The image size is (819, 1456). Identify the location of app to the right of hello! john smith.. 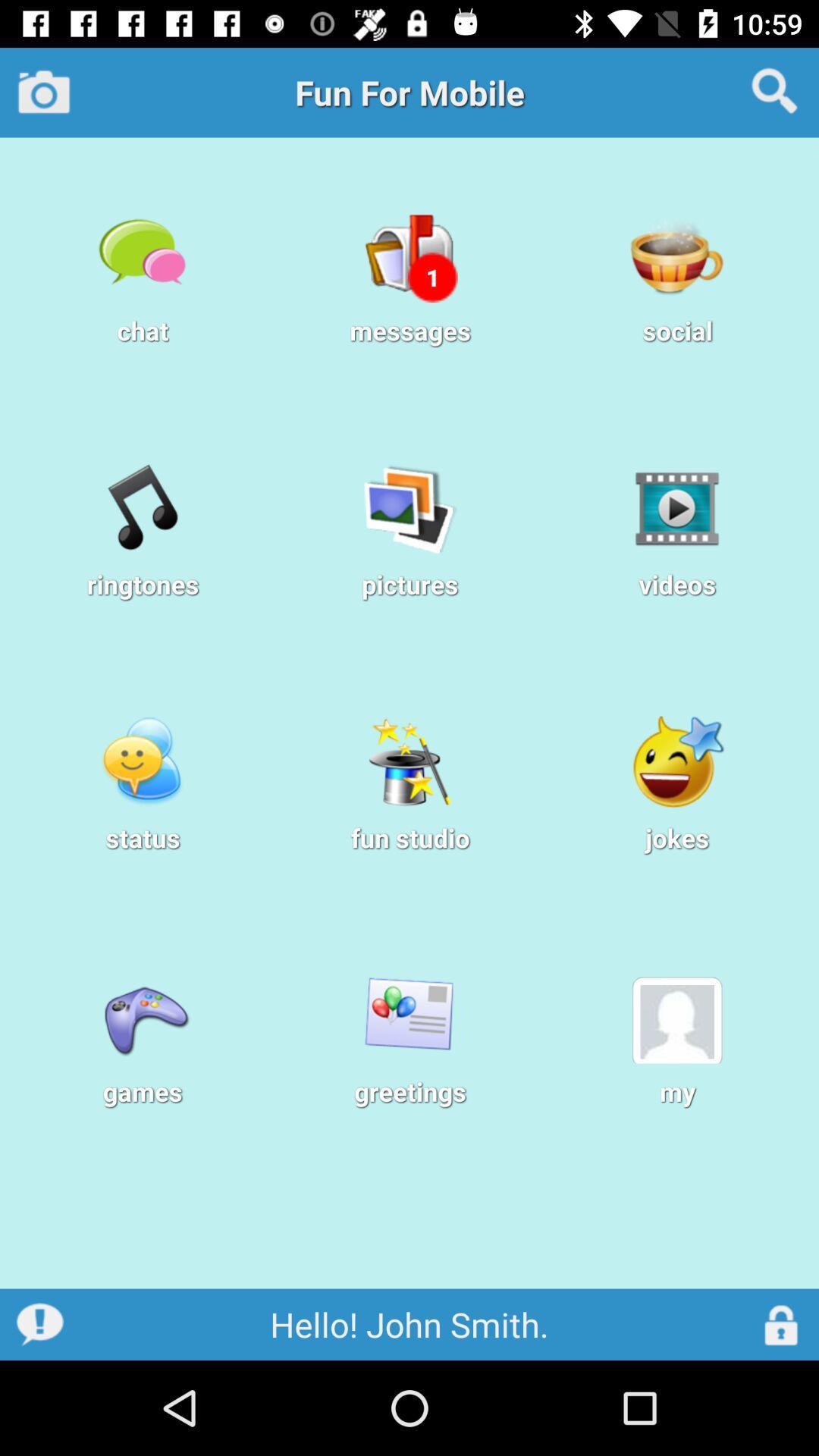
(781, 1323).